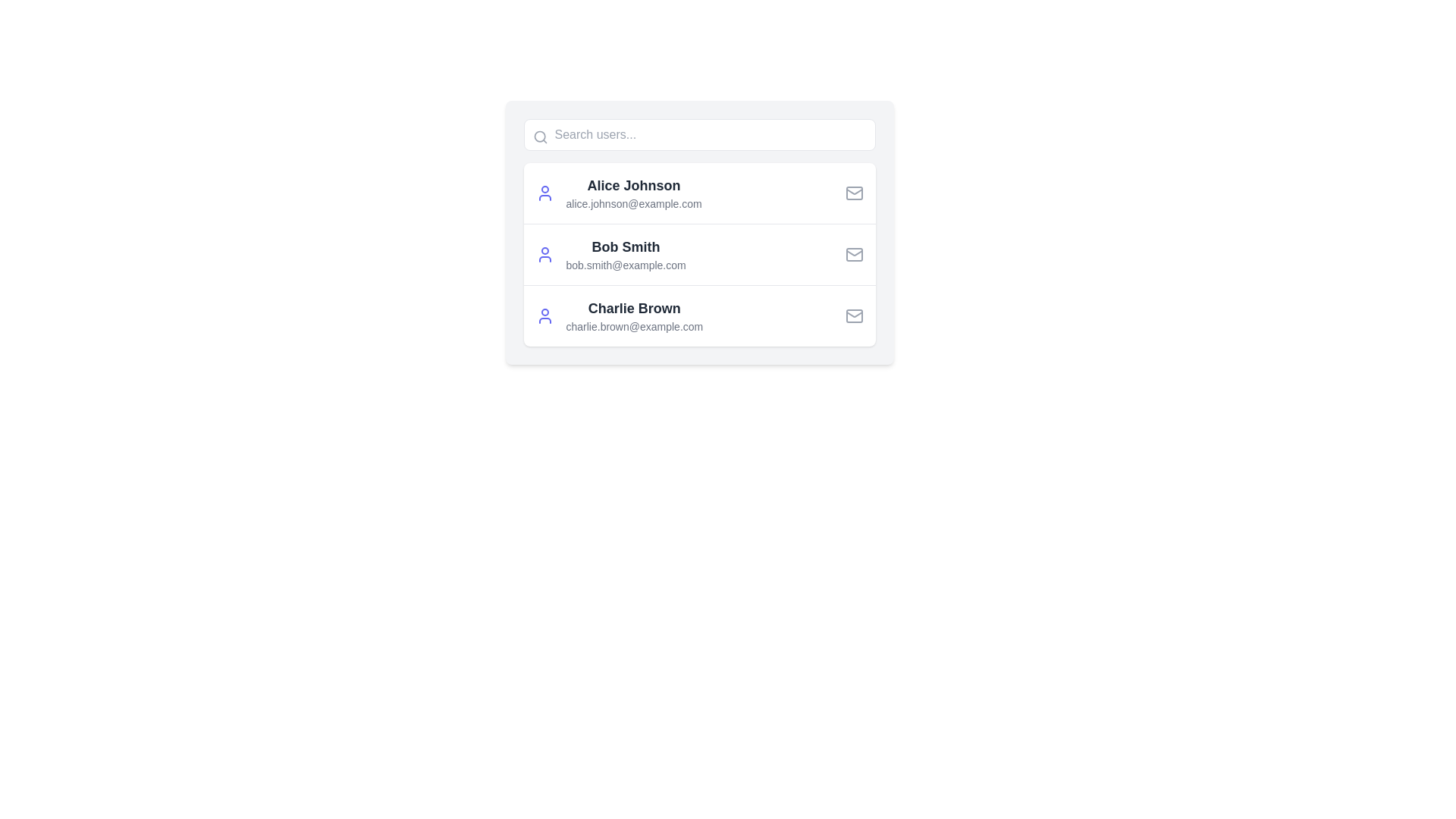 The width and height of the screenshot is (1456, 819). What do you see at coordinates (544, 253) in the screenshot?
I see `the purple user profile silhouette icon located to the left of 'Bob Smith' and his email` at bounding box center [544, 253].